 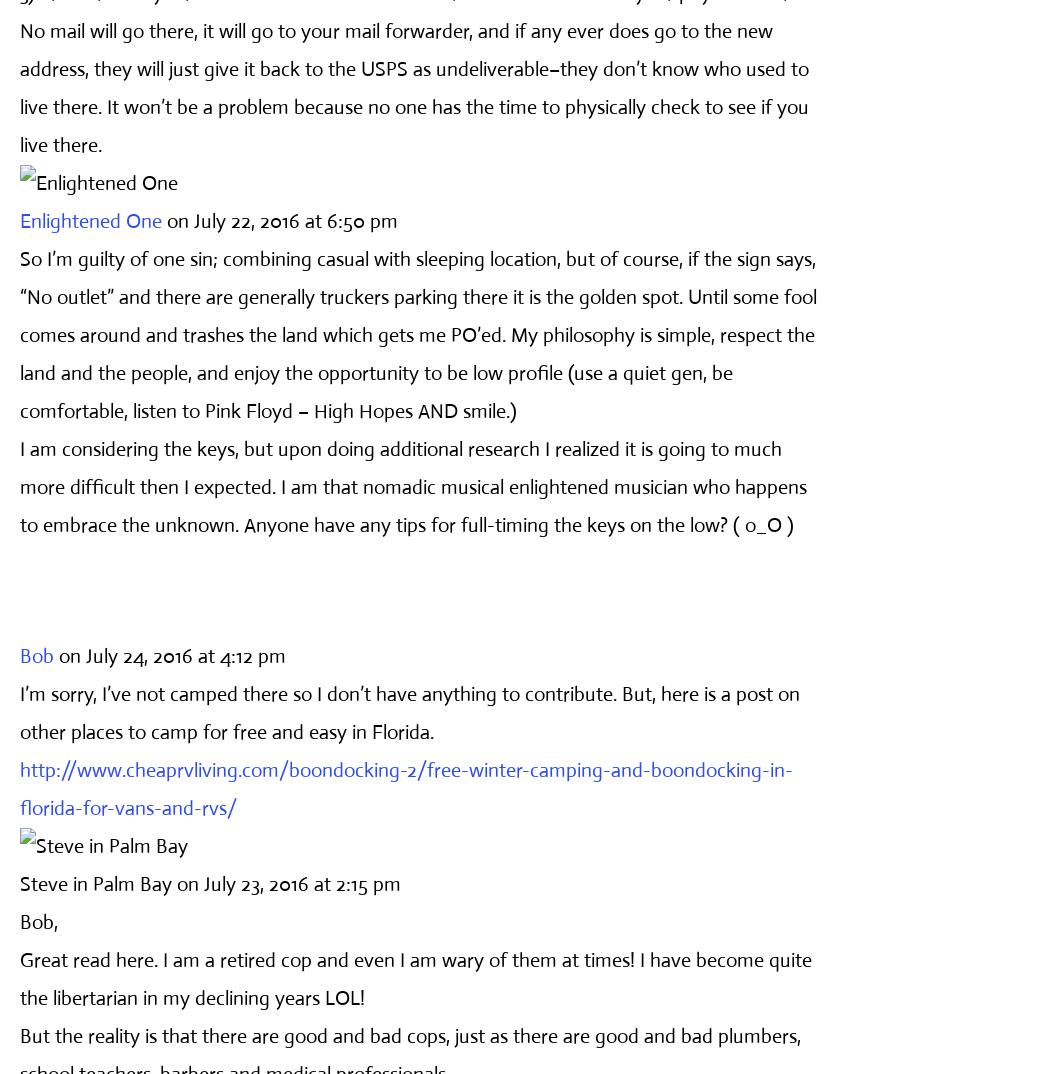 I want to click on 'on July 24, 2016 at 4:12 pm', so click(x=172, y=654).